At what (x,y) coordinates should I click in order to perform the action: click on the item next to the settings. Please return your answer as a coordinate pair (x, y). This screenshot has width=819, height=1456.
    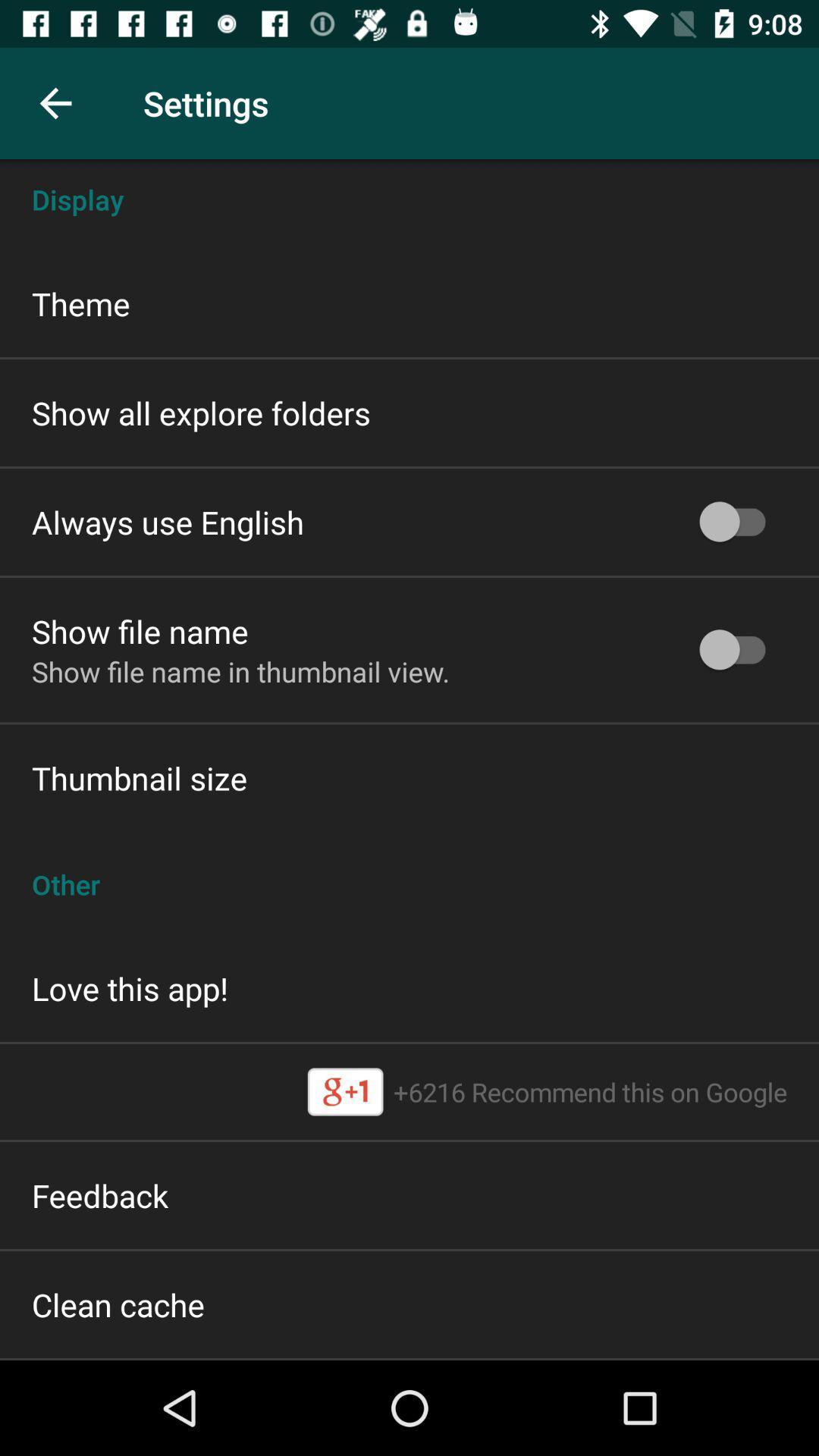
    Looking at the image, I should click on (55, 102).